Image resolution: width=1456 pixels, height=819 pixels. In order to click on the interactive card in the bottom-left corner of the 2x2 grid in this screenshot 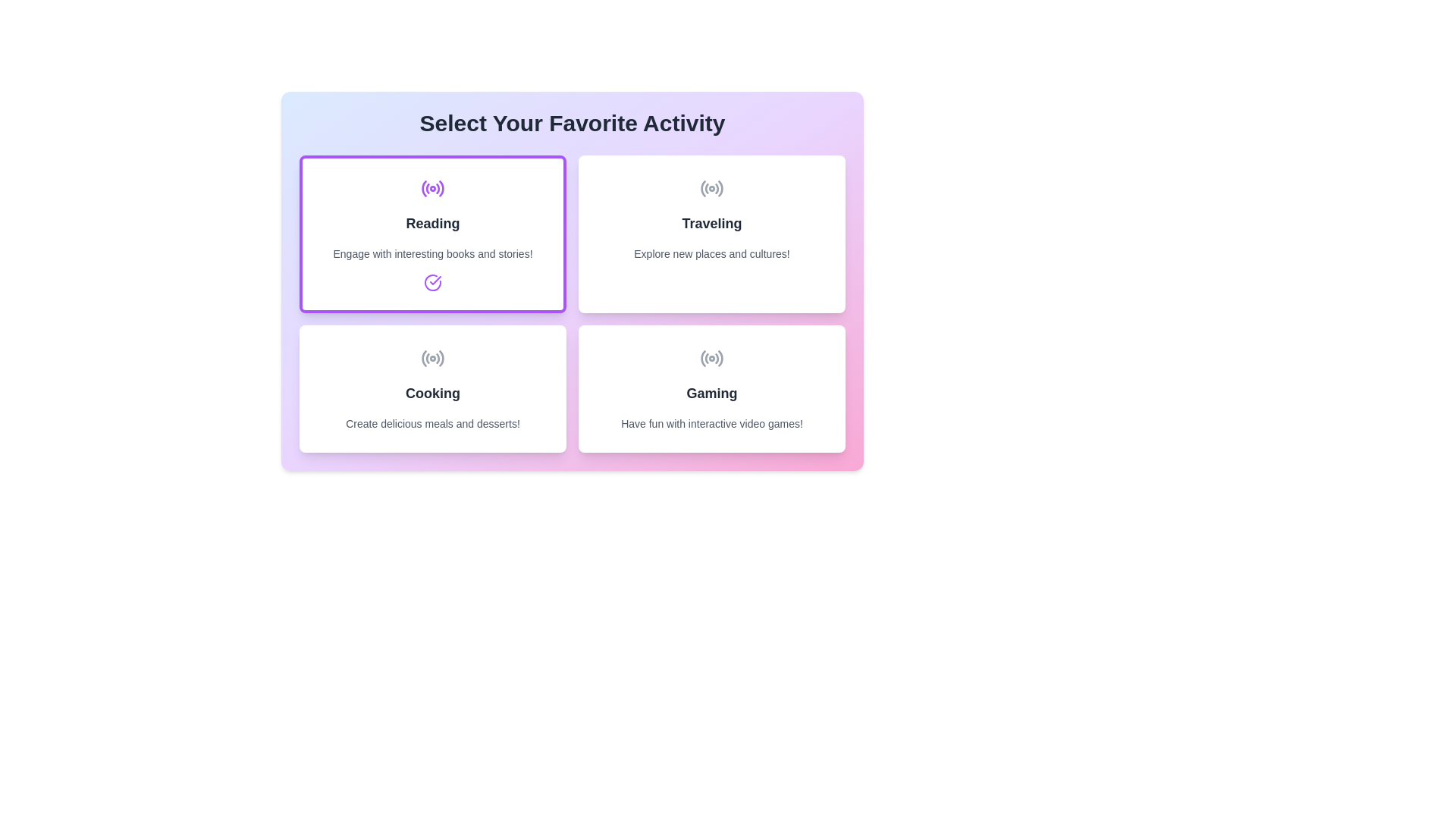, I will do `click(432, 388)`.